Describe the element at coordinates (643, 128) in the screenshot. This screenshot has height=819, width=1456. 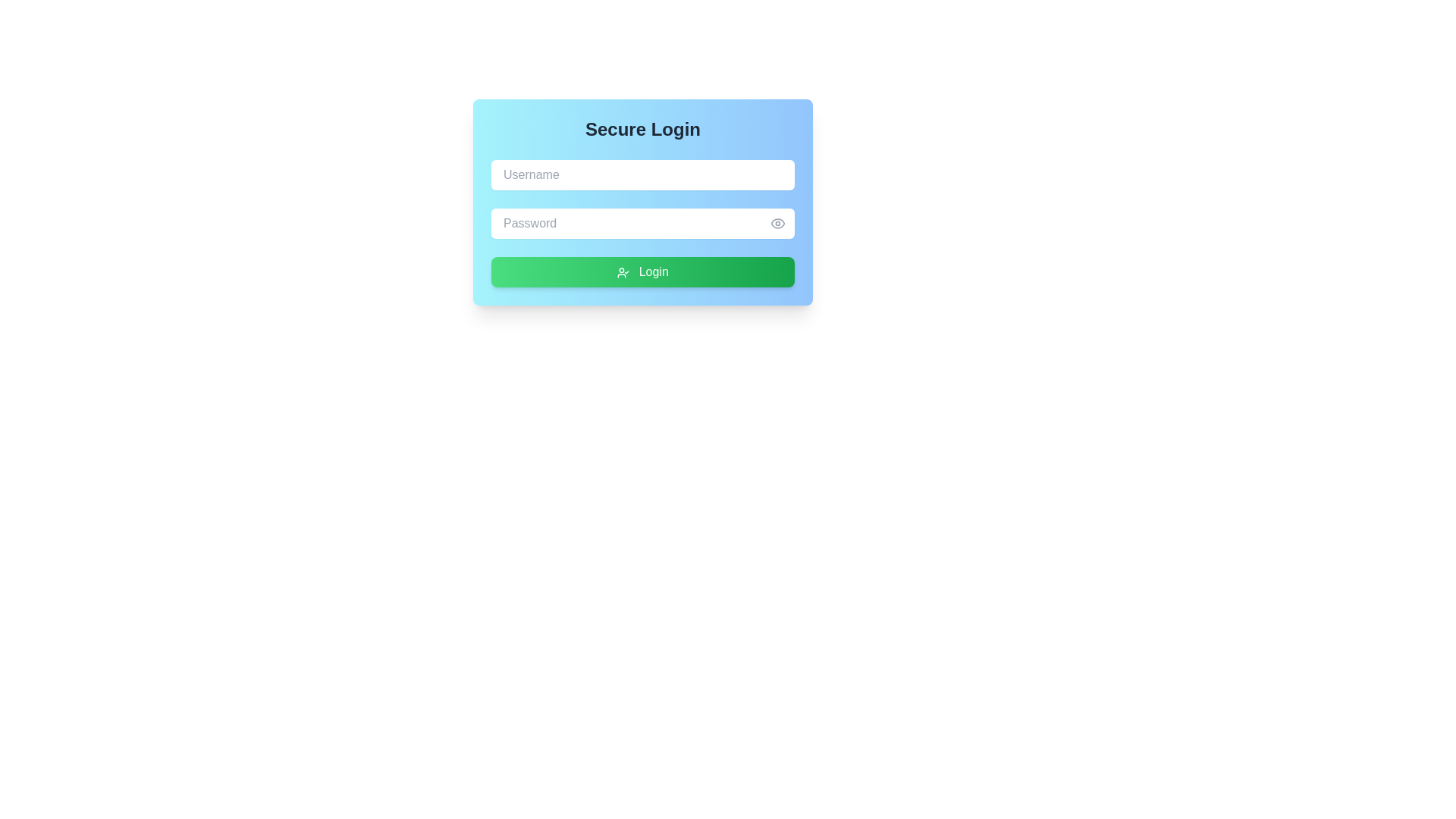
I see `the text label or heading at the top-center of the login interface, which indicates the purpose of the form below it` at that location.